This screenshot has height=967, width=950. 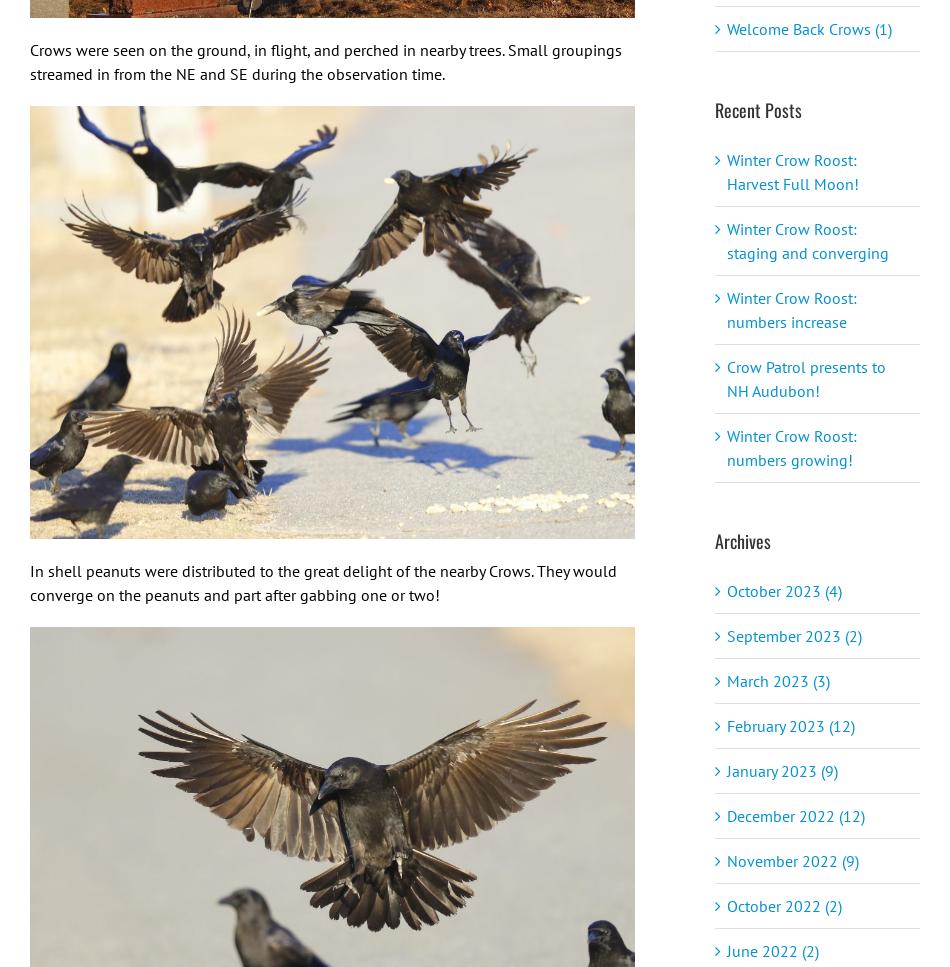 I want to click on 'In shell peanuts were distributed to the great delight of the nearby Crows. They would converge on the peanuts and part after gabbing one or two!', so click(x=322, y=581).